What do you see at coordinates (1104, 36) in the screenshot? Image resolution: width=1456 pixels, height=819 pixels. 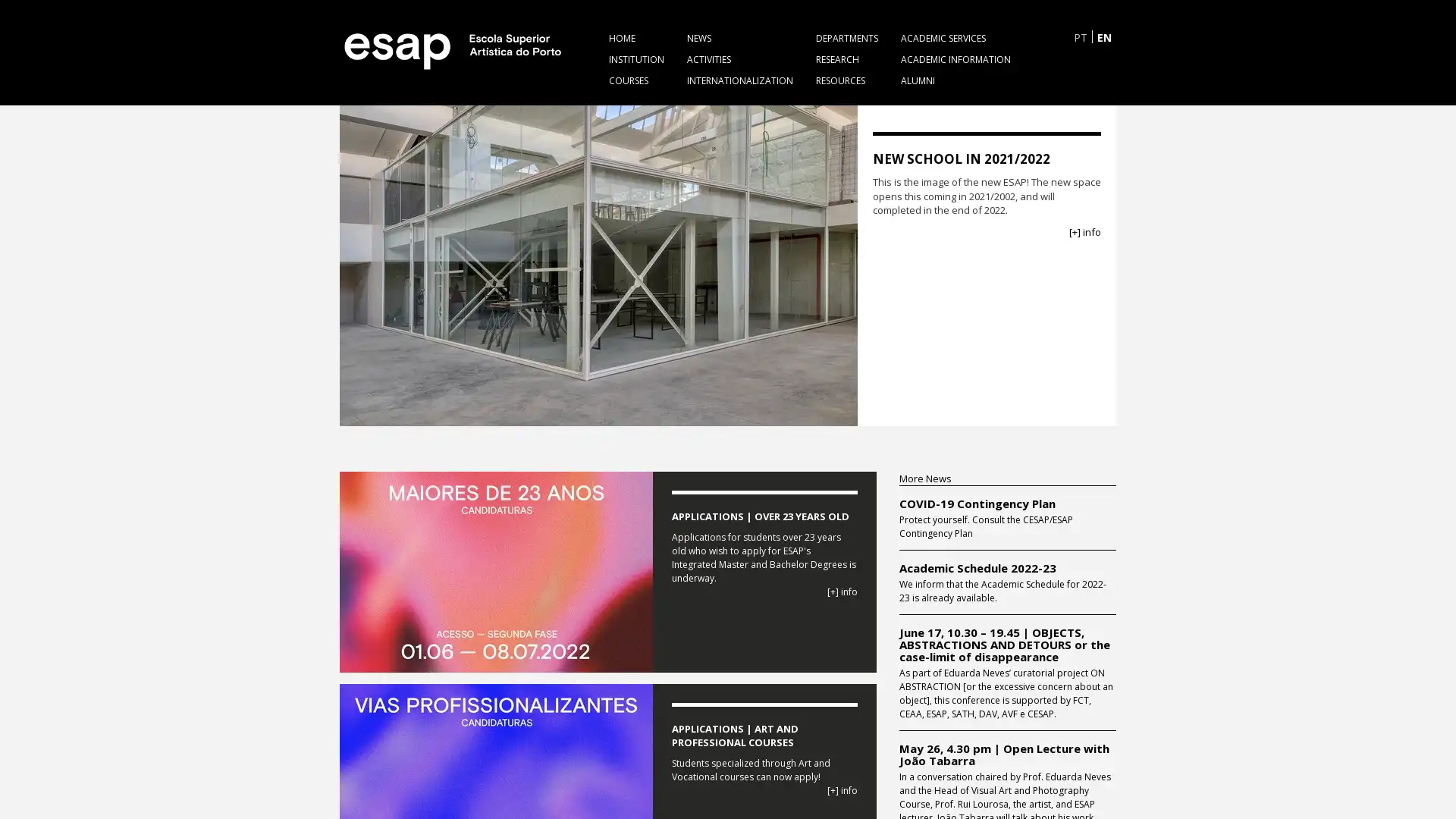 I see `EN` at bounding box center [1104, 36].